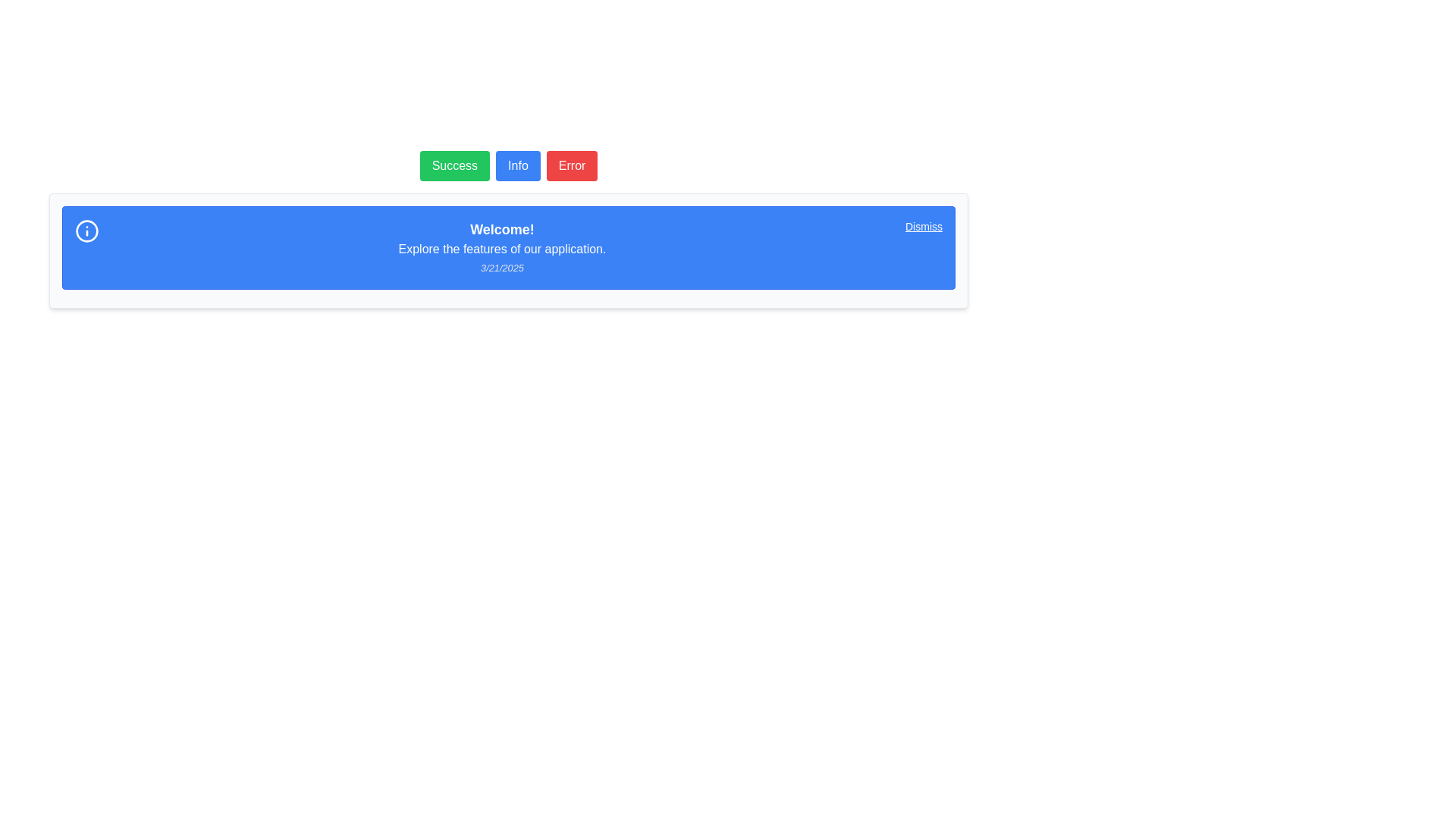 Image resolution: width=1456 pixels, height=819 pixels. What do you see at coordinates (923, 227) in the screenshot?
I see `the 'Dismiss' button located in the top-right corner of the notification bar` at bounding box center [923, 227].